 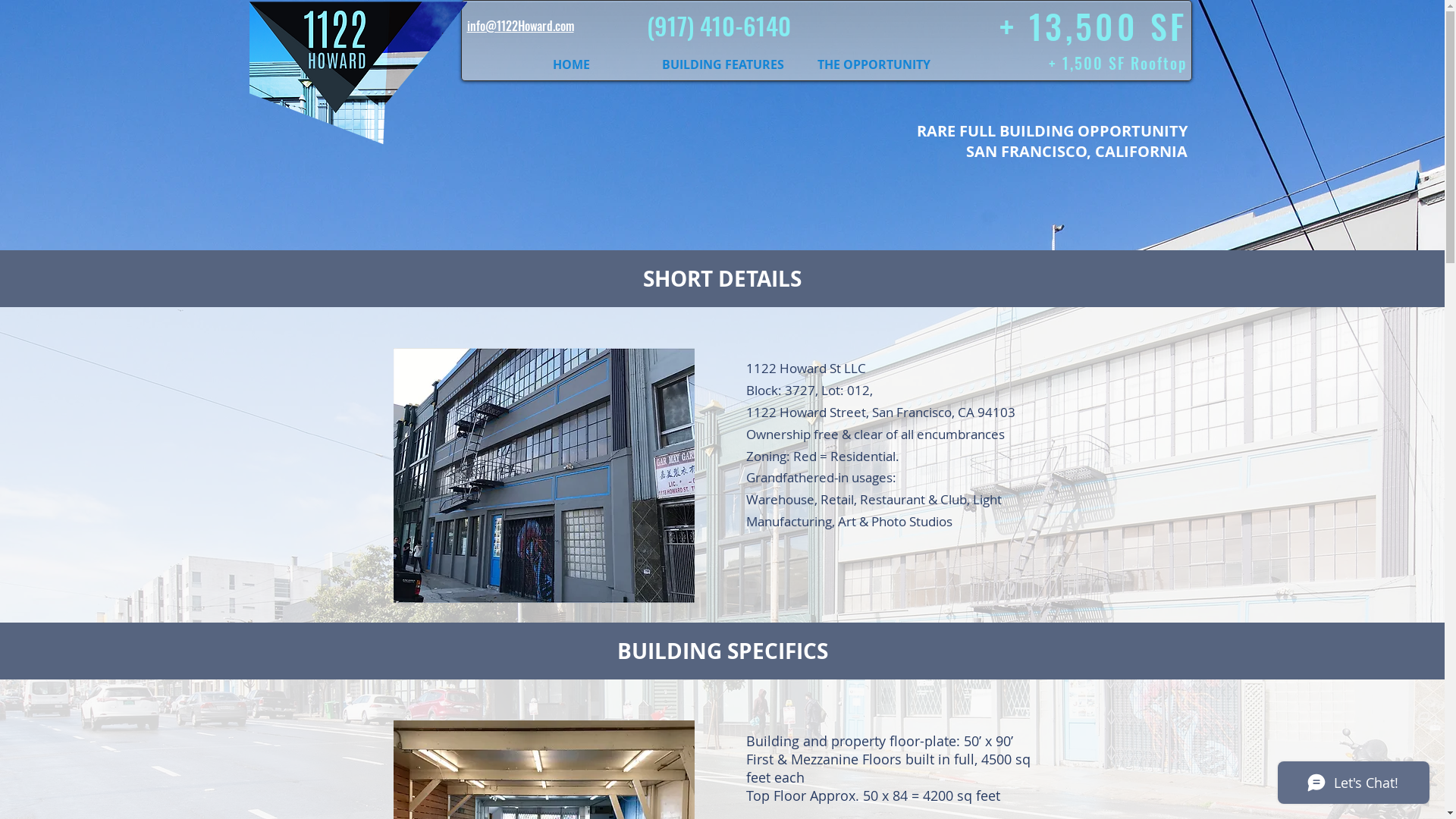 What do you see at coordinates (874, 63) in the screenshot?
I see `'THE OPPORTUNITY'` at bounding box center [874, 63].